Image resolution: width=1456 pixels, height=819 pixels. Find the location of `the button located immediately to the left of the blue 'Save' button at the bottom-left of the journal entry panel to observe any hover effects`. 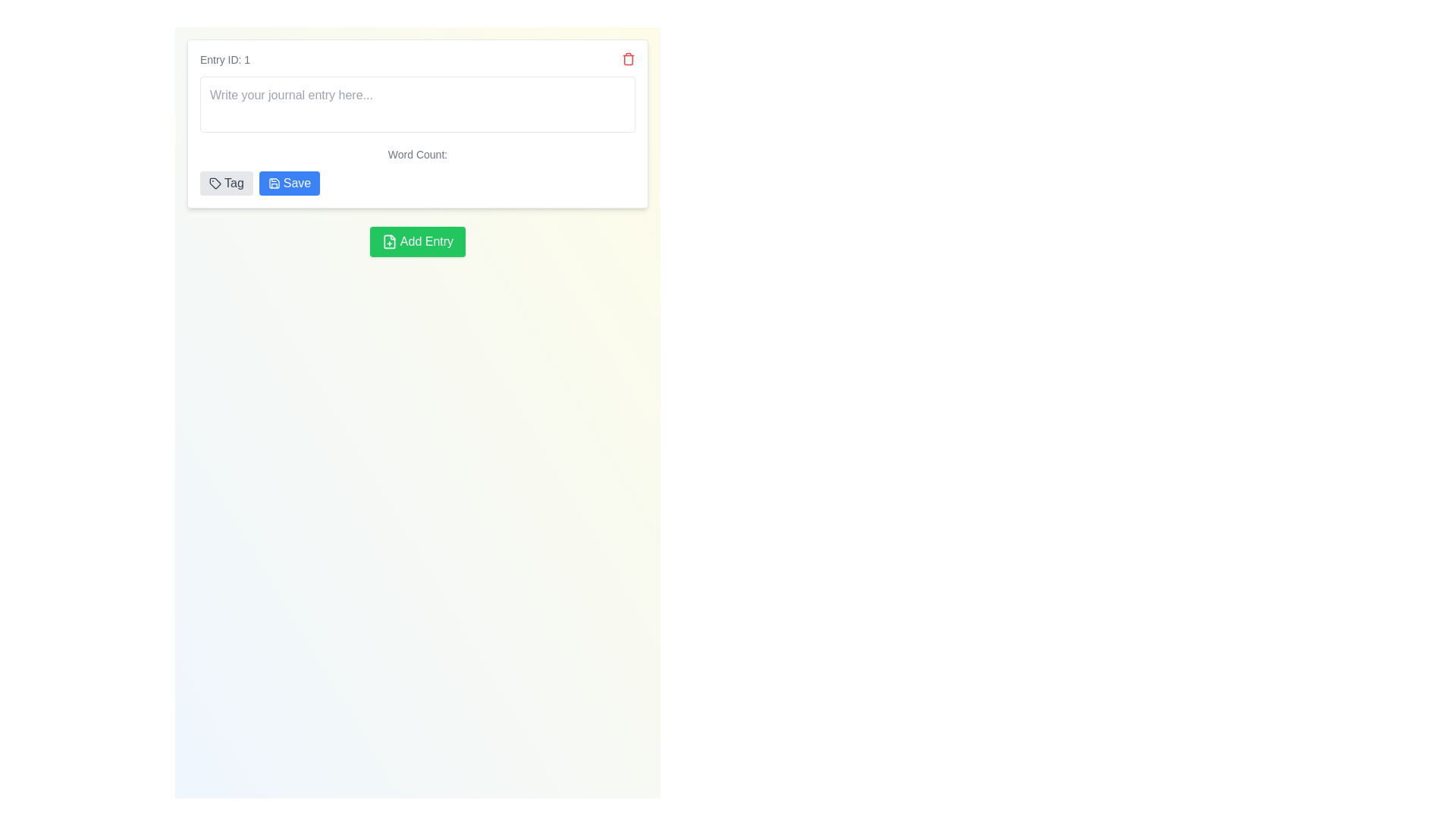

the button located immediately to the left of the blue 'Save' button at the bottom-left of the journal entry panel to observe any hover effects is located at coordinates (225, 183).